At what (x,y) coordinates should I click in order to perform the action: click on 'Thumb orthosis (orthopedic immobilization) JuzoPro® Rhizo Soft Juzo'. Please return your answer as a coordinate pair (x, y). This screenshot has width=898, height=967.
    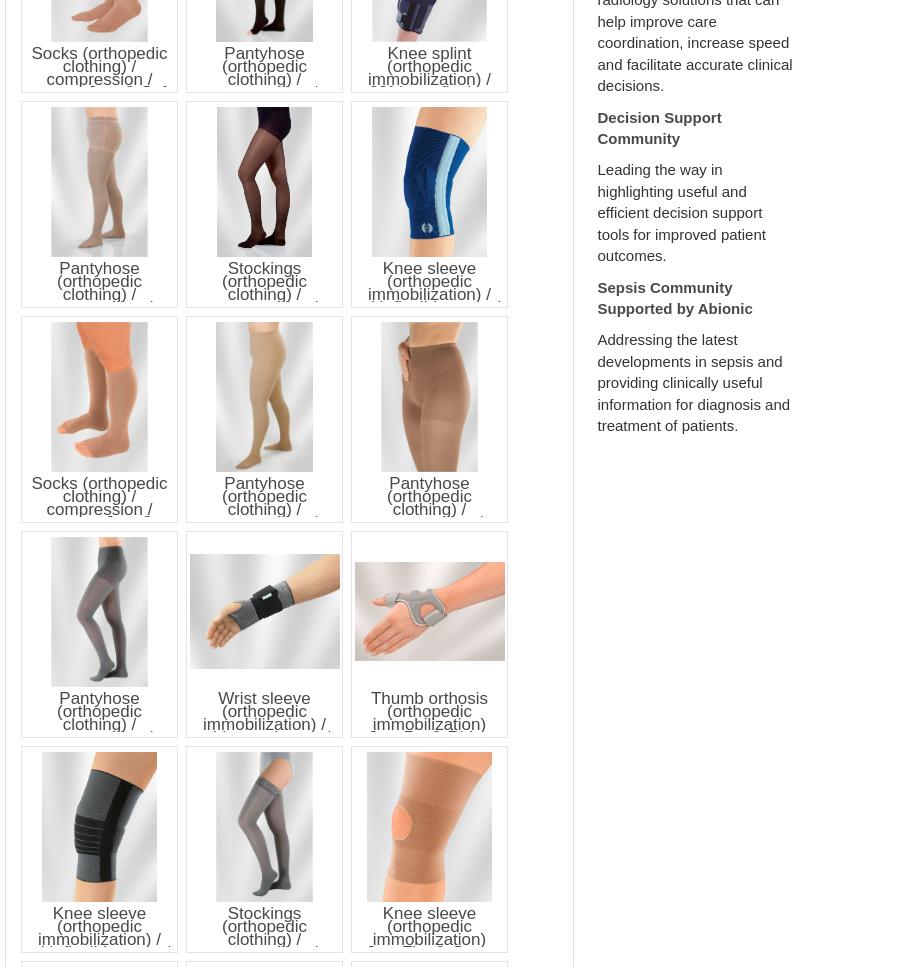
    Looking at the image, I should click on (428, 722).